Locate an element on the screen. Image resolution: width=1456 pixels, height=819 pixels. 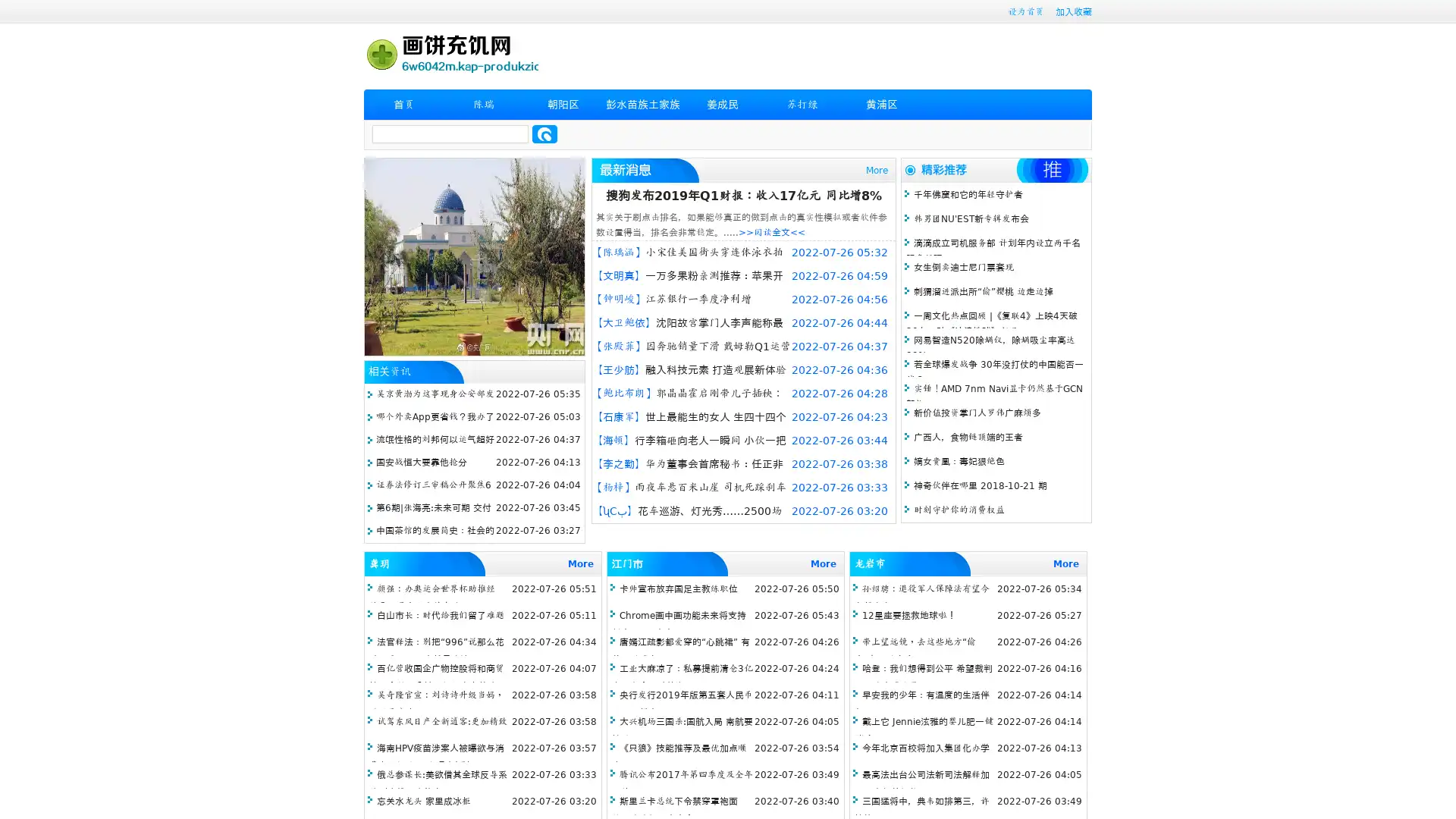
Search is located at coordinates (544, 133).